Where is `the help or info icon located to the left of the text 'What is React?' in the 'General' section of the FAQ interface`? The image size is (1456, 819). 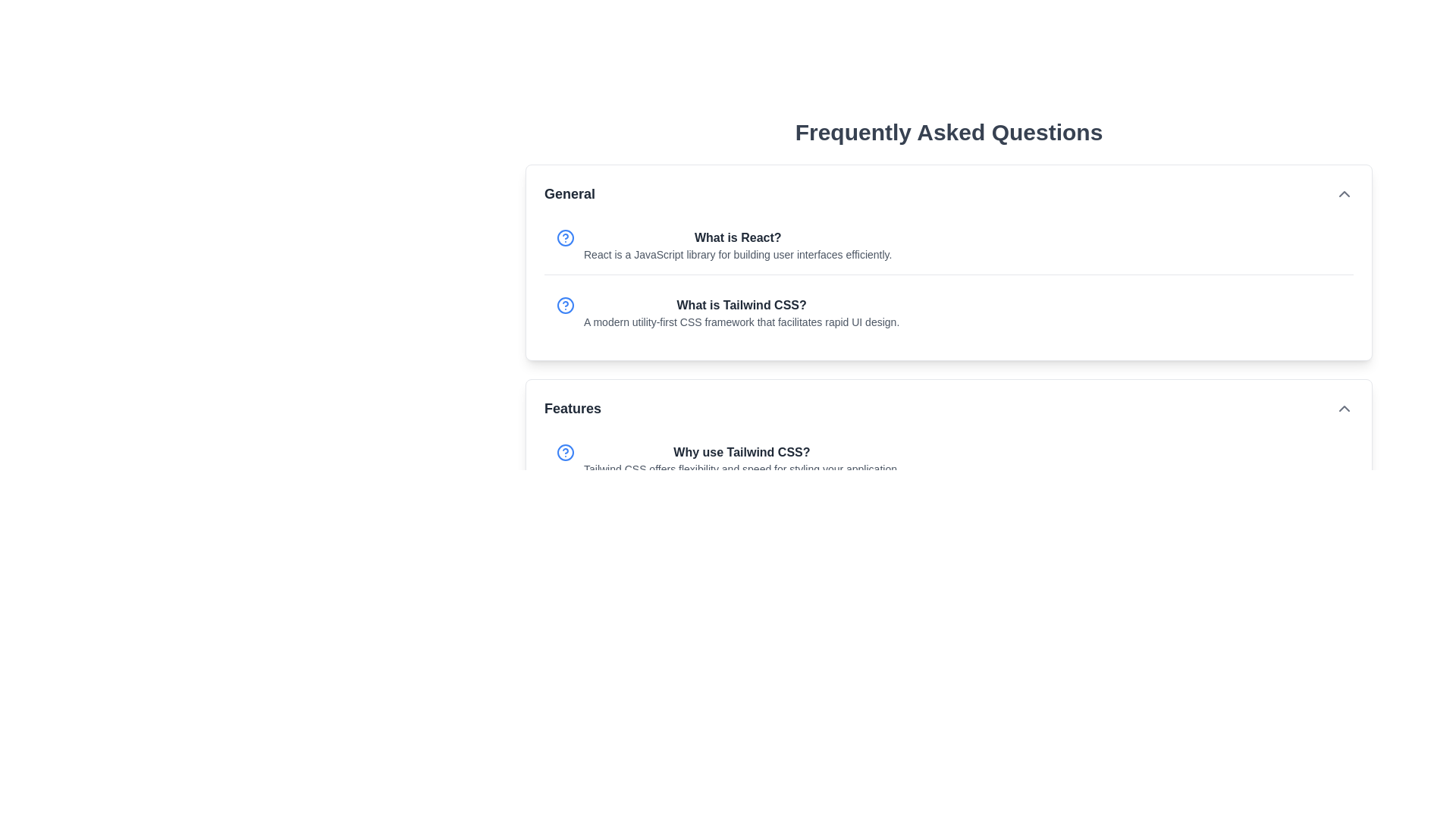 the help or info icon located to the left of the text 'What is React?' in the 'General' section of the FAQ interface is located at coordinates (564, 237).